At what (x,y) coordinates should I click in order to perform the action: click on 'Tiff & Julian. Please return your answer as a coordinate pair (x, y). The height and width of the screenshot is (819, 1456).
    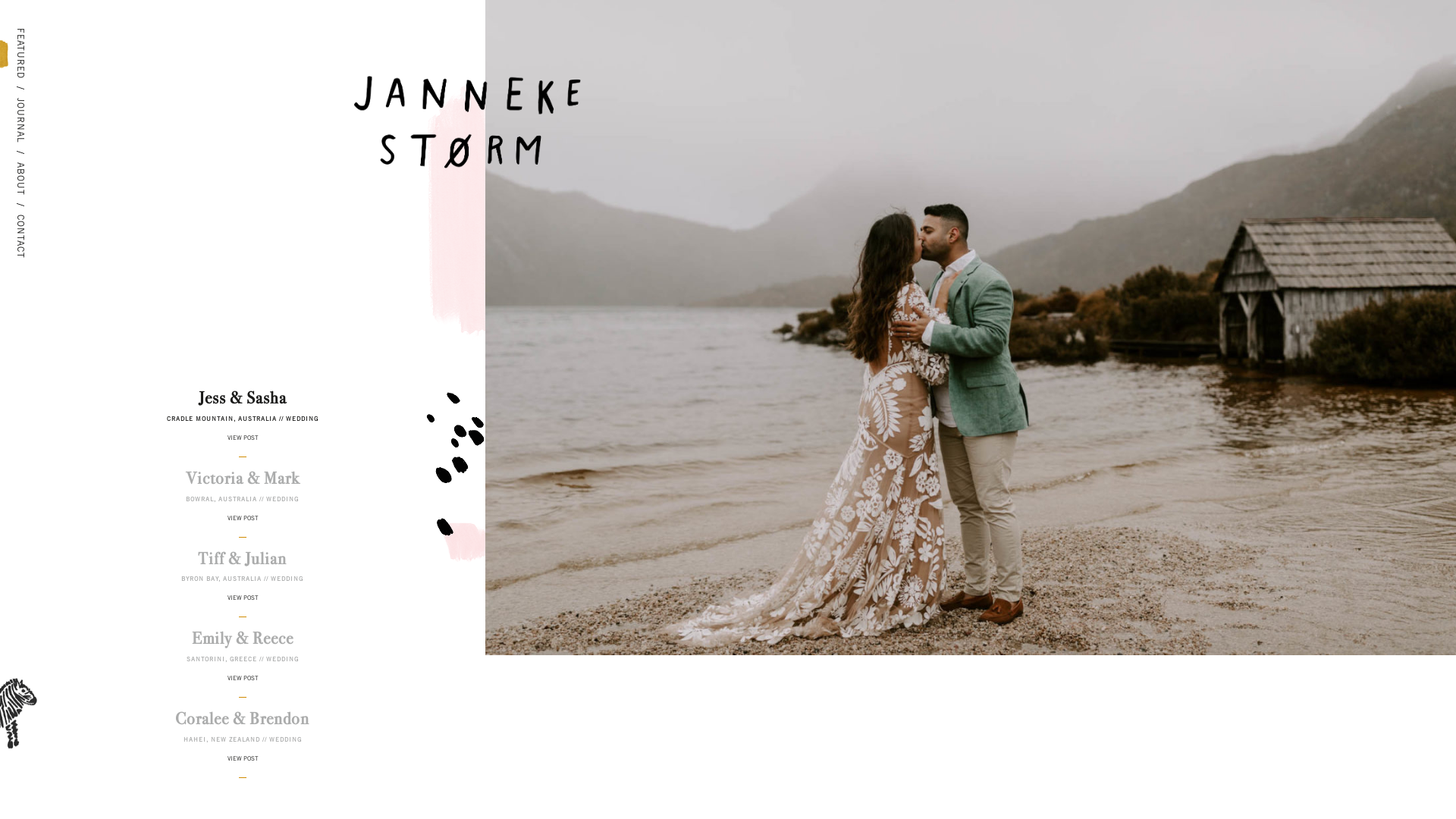
    Looking at the image, I should click on (241, 566).